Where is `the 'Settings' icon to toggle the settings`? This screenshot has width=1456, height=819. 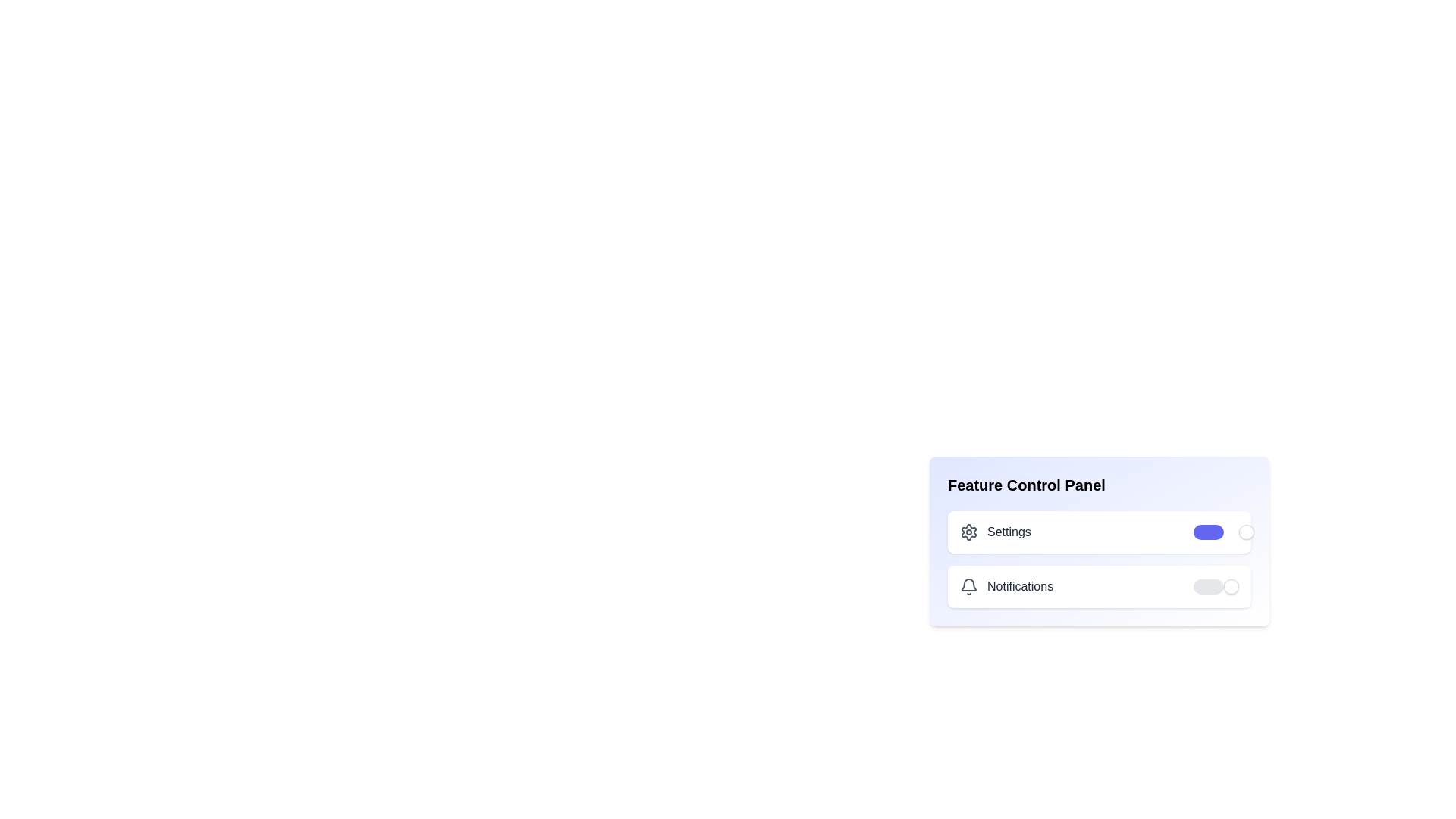
the 'Settings' icon to toggle the settings is located at coordinates (968, 532).